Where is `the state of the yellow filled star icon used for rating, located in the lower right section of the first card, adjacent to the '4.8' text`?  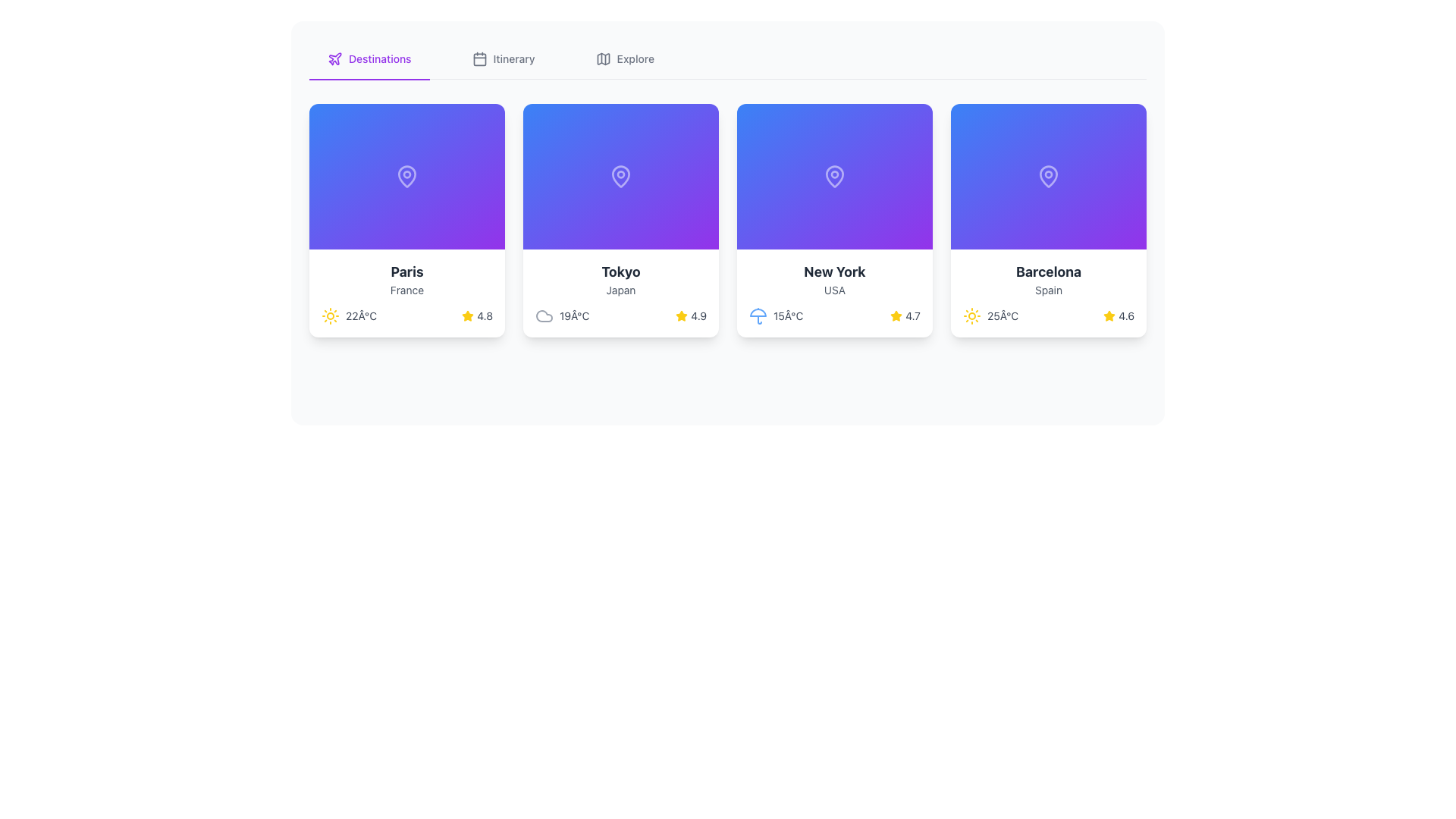
the state of the yellow filled star icon used for rating, located in the lower right section of the first card, adjacent to the '4.8' text is located at coordinates (467, 315).